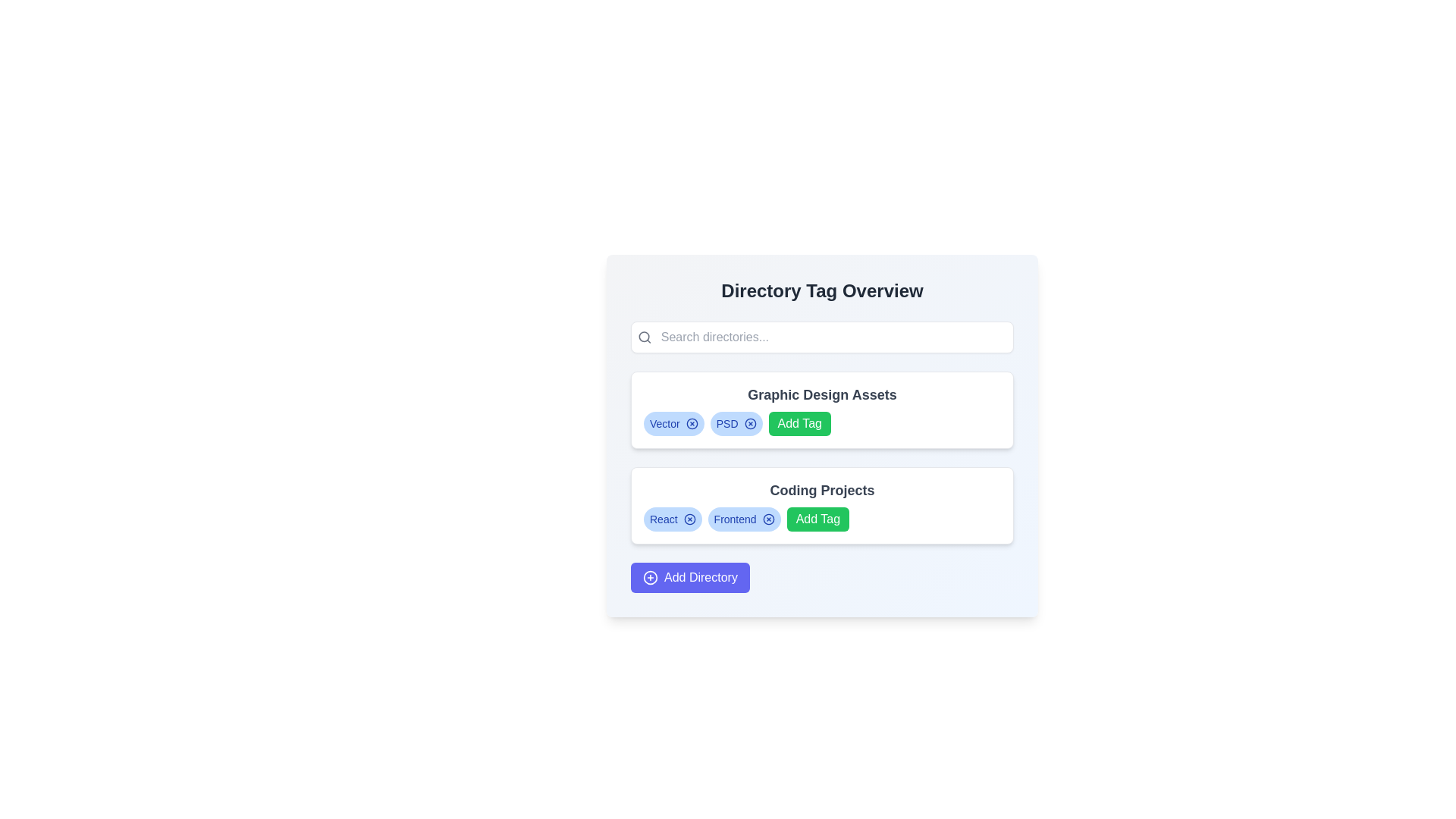 The image size is (1456, 819). What do you see at coordinates (821, 435) in the screenshot?
I see `the green 'Add Tag' button with white text, located in the 'Graphic Design Assets' section under 'Directory Tag Overview'` at bounding box center [821, 435].